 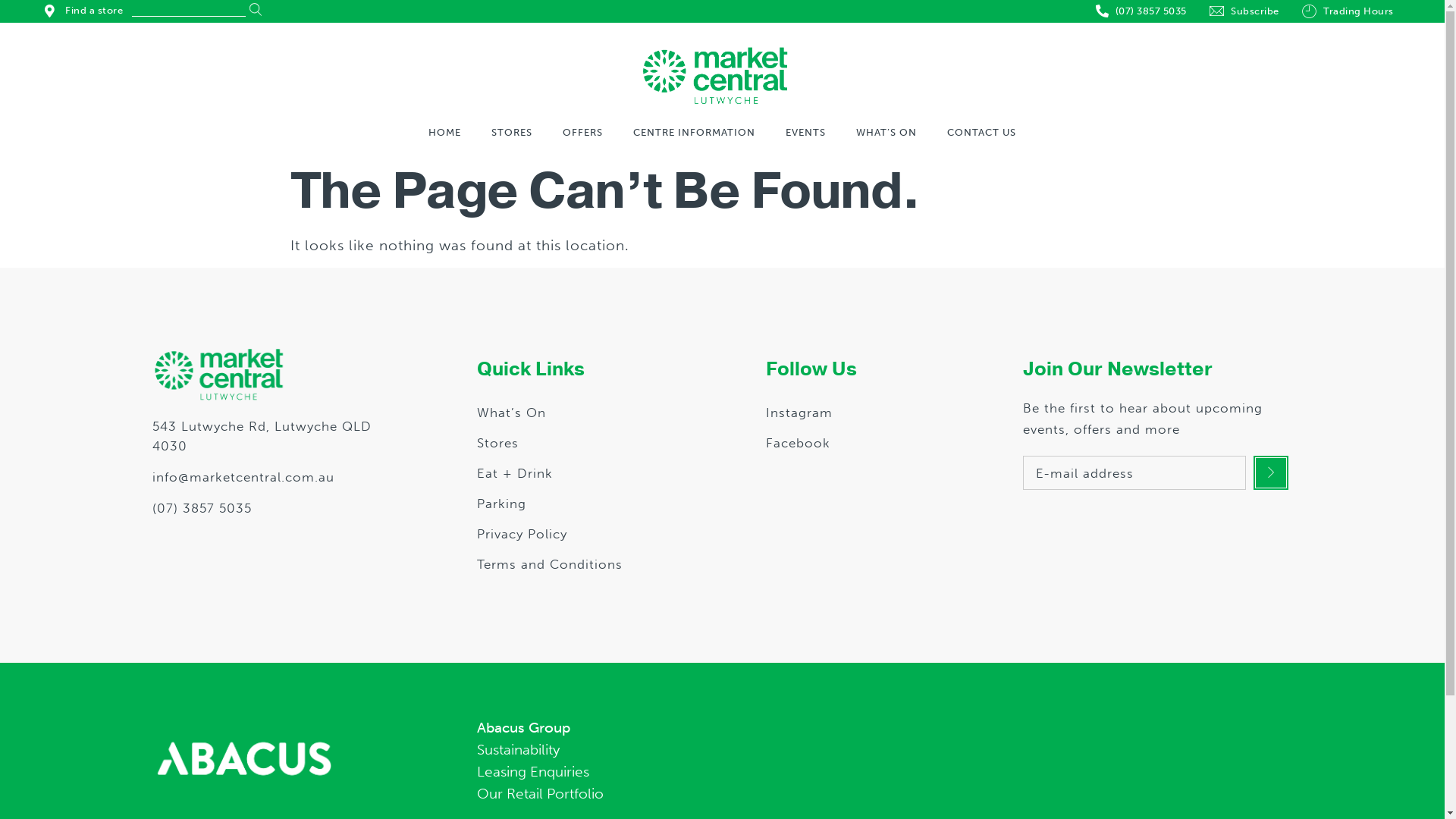 What do you see at coordinates (871, 772) in the screenshot?
I see `'Leasing Enquiries'` at bounding box center [871, 772].